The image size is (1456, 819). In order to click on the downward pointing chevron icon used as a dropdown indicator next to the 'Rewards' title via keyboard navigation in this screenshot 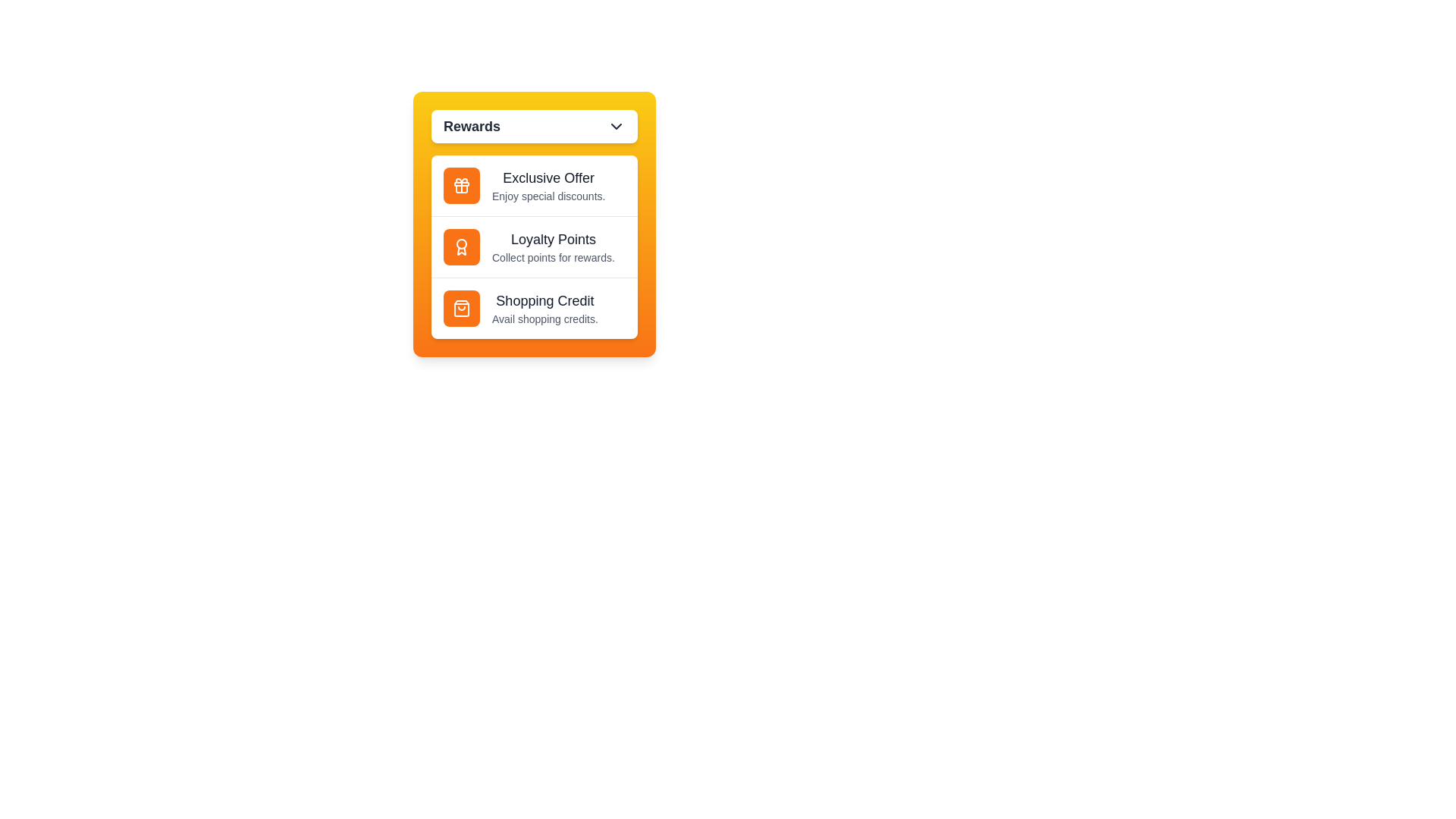, I will do `click(616, 125)`.